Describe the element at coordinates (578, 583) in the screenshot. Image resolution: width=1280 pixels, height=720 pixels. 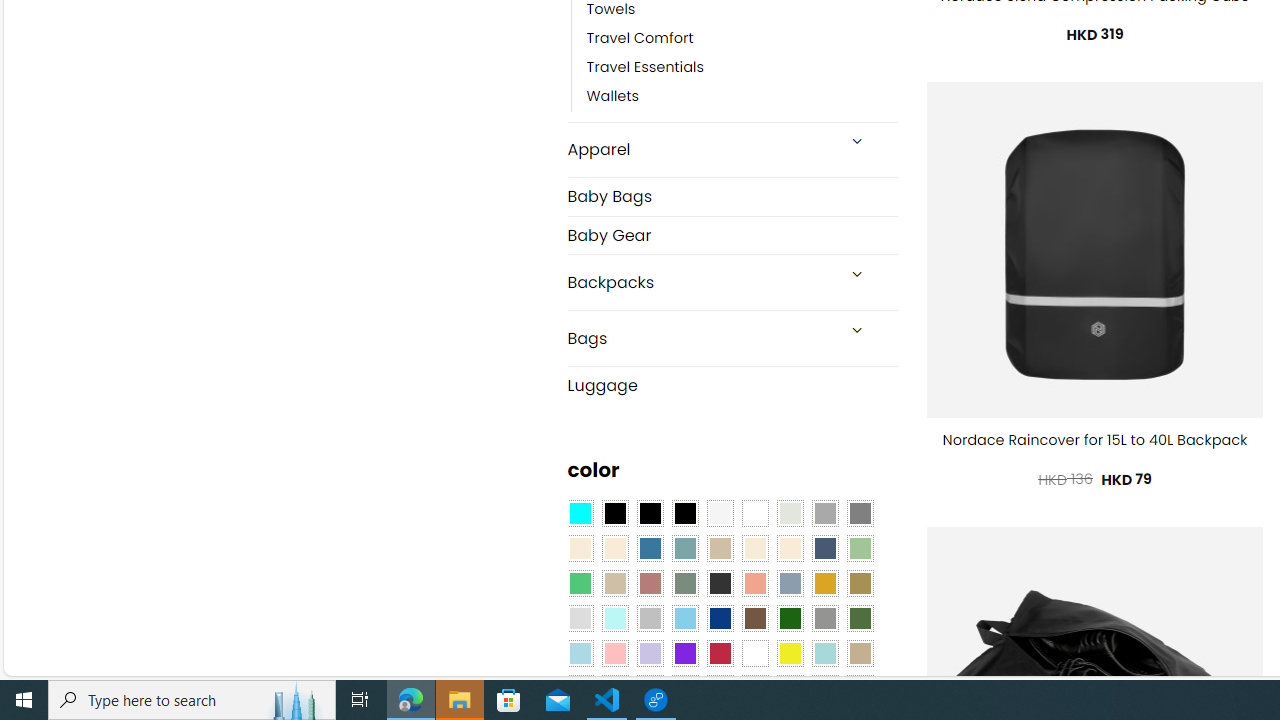
I see `'Emerald Green'` at that location.